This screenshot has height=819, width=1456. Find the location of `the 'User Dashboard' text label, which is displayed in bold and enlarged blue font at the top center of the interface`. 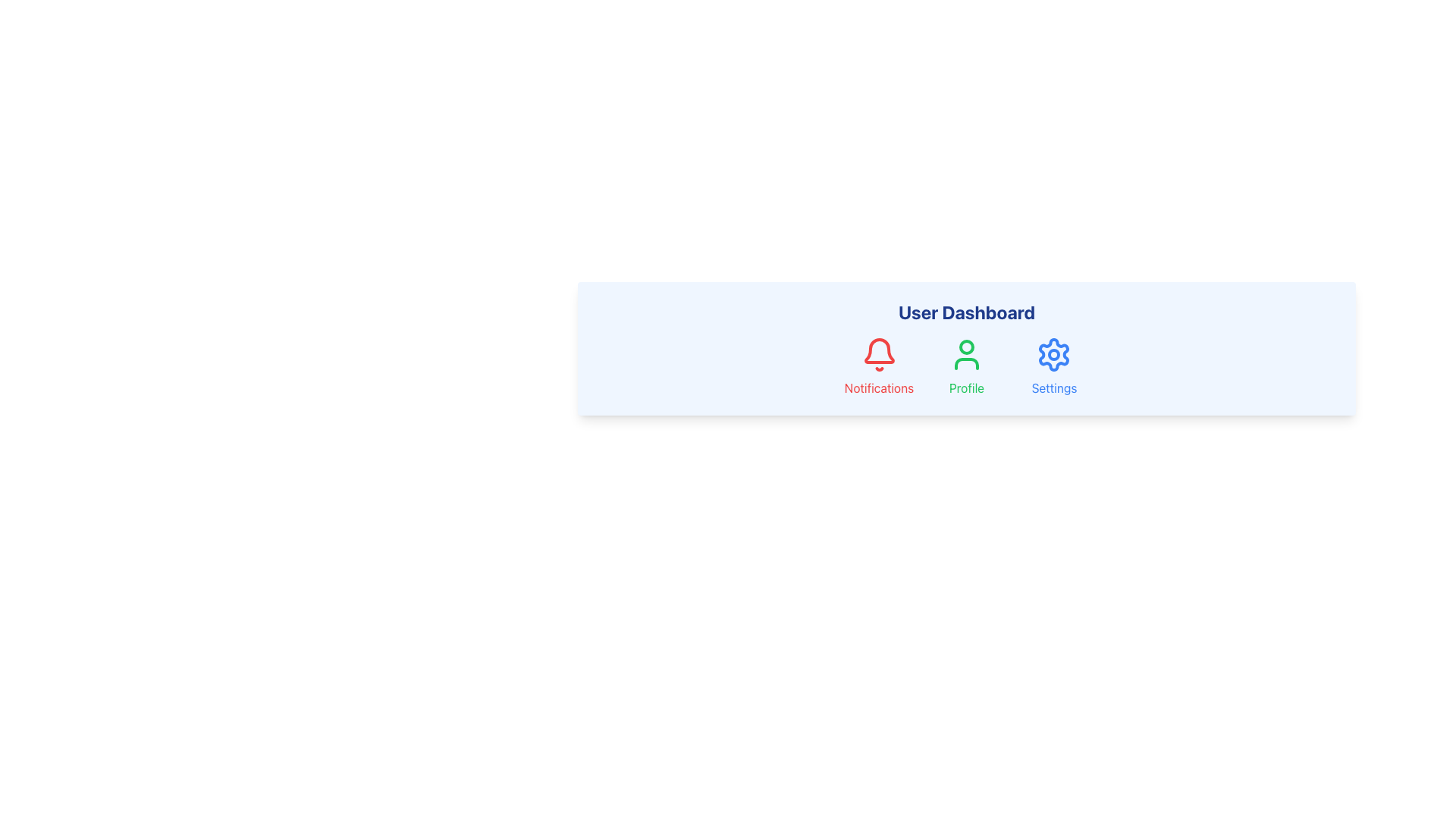

the 'User Dashboard' text label, which is displayed in bold and enlarged blue font at the top center of the interface is located at coordinates (966, 312).